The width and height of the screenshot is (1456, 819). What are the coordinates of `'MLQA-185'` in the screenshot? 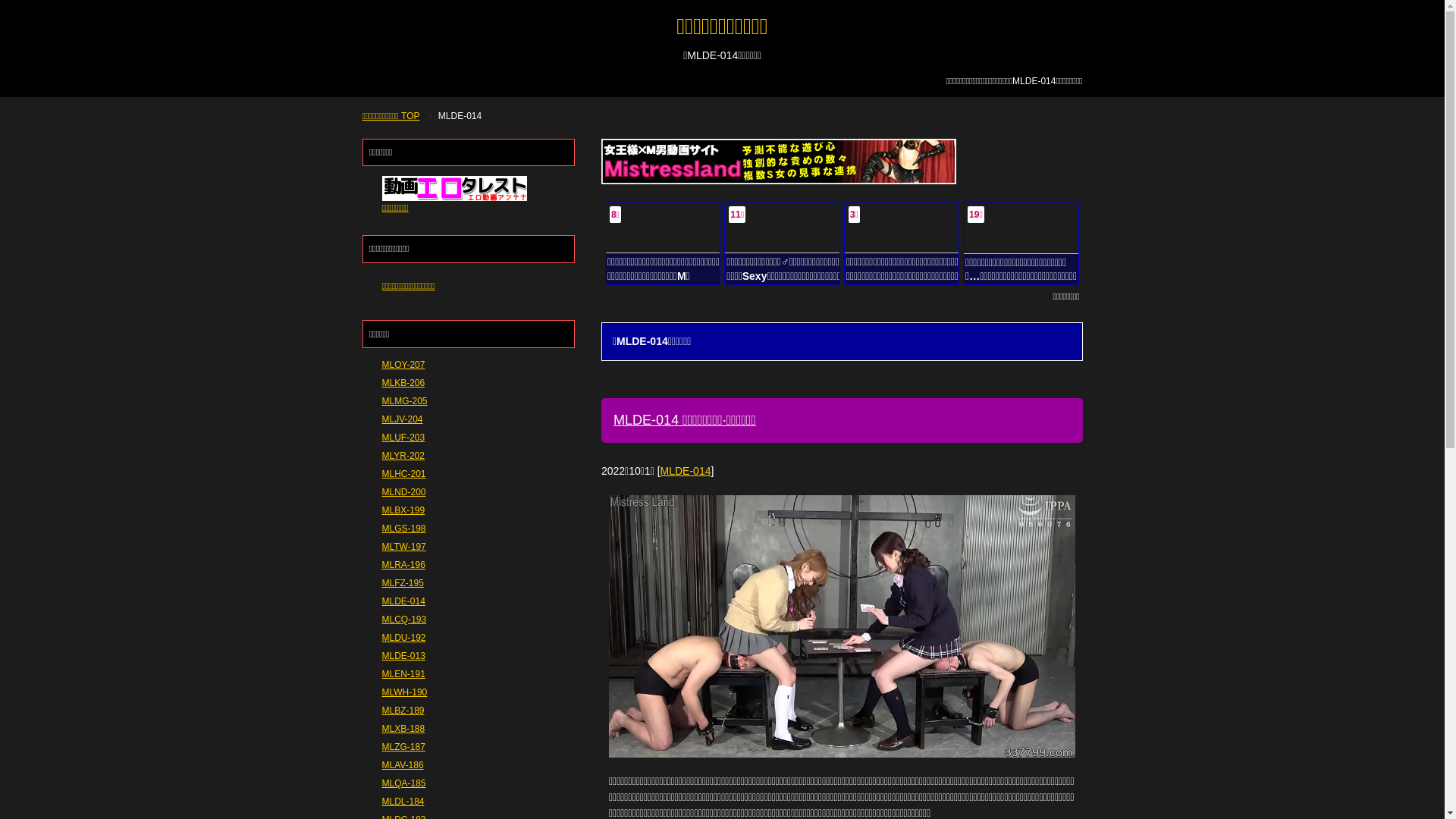 It's located at (403, 783).